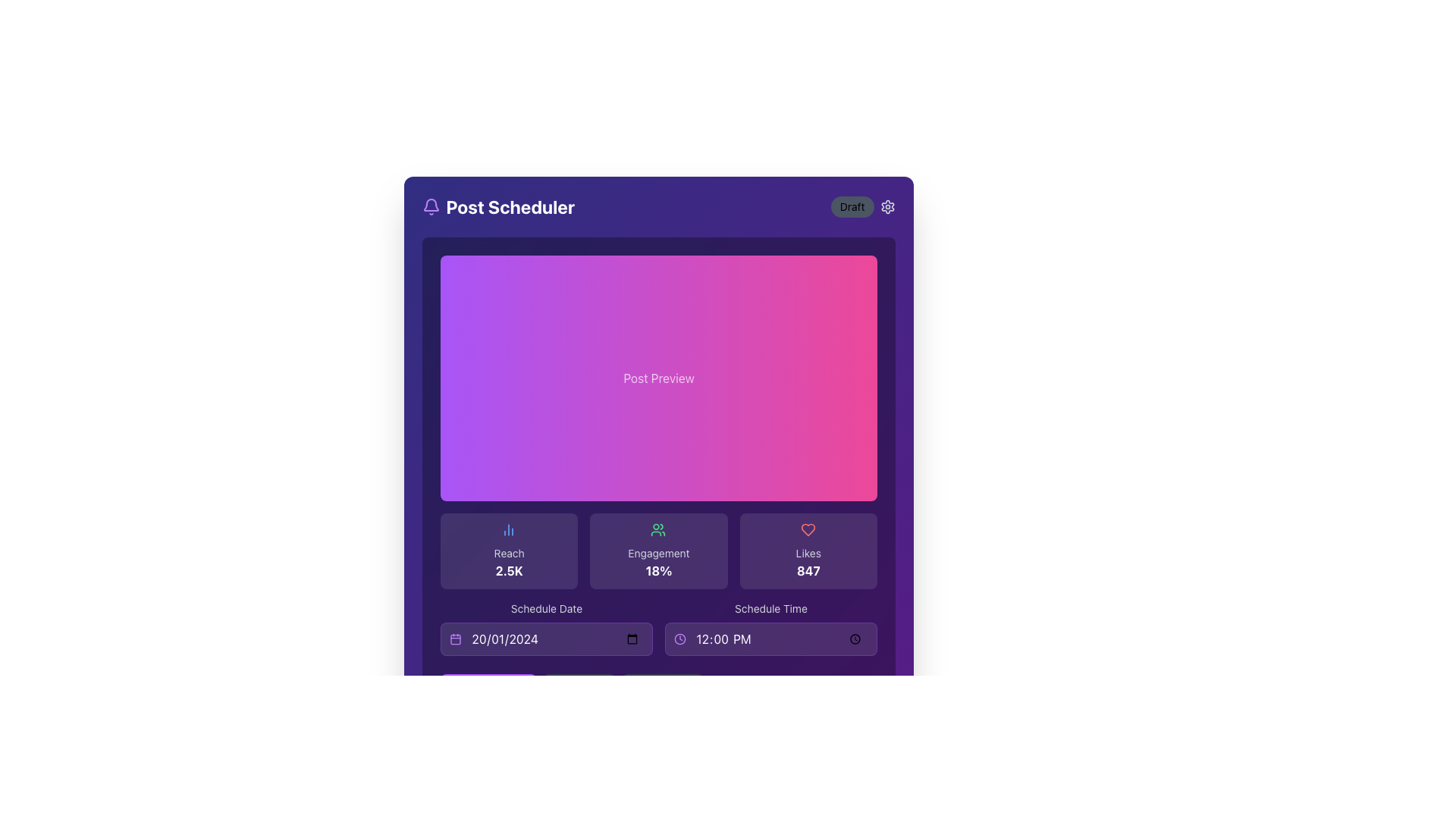 This screenshot has height=819, width=1456. I want to click on the Text Label that indicates the purpose or content of the associated gradient box, located in the upper-central area of the interface, so click(658, 377).